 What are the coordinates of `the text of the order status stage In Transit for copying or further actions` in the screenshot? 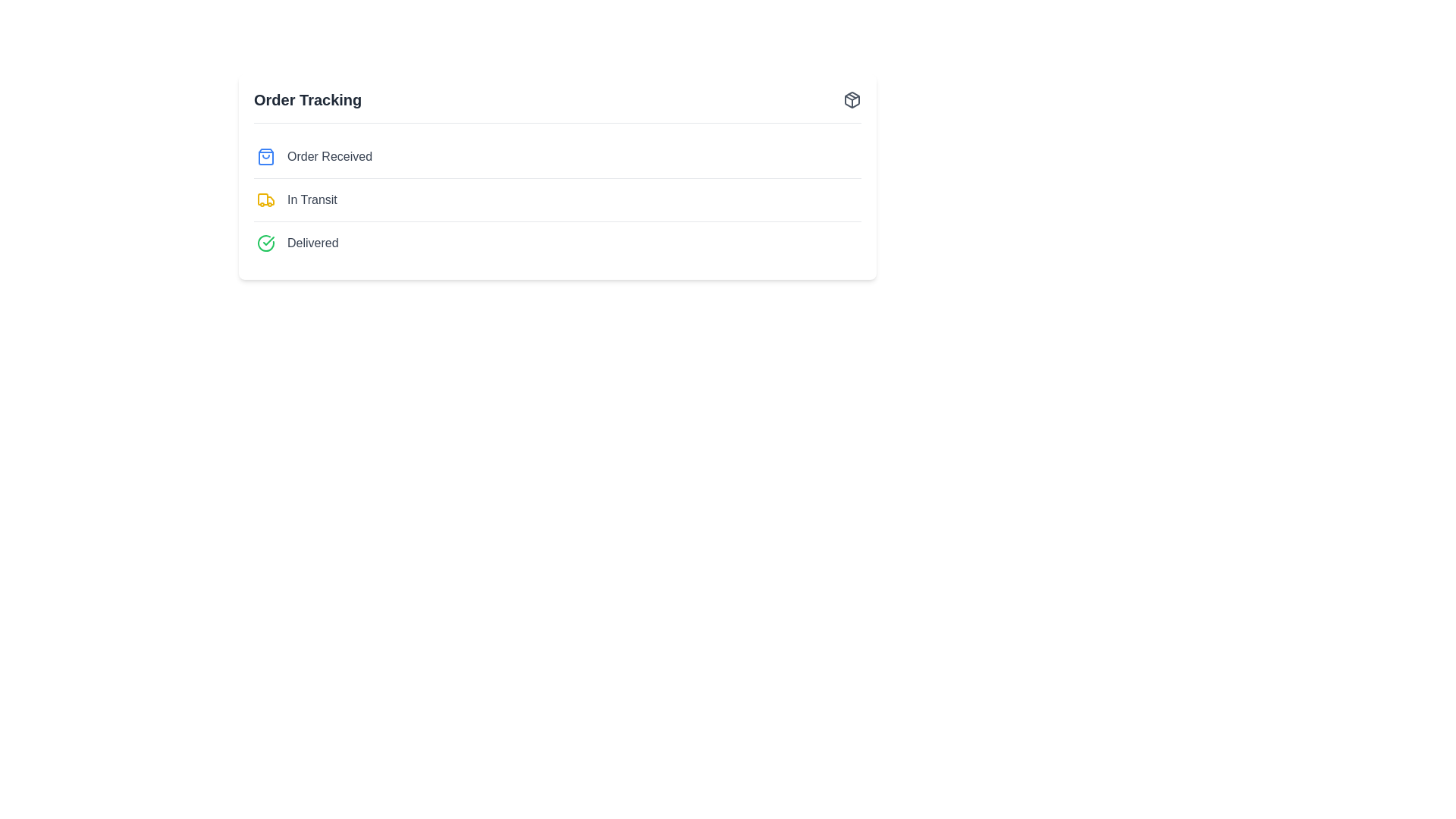 It's located at (311, 199).